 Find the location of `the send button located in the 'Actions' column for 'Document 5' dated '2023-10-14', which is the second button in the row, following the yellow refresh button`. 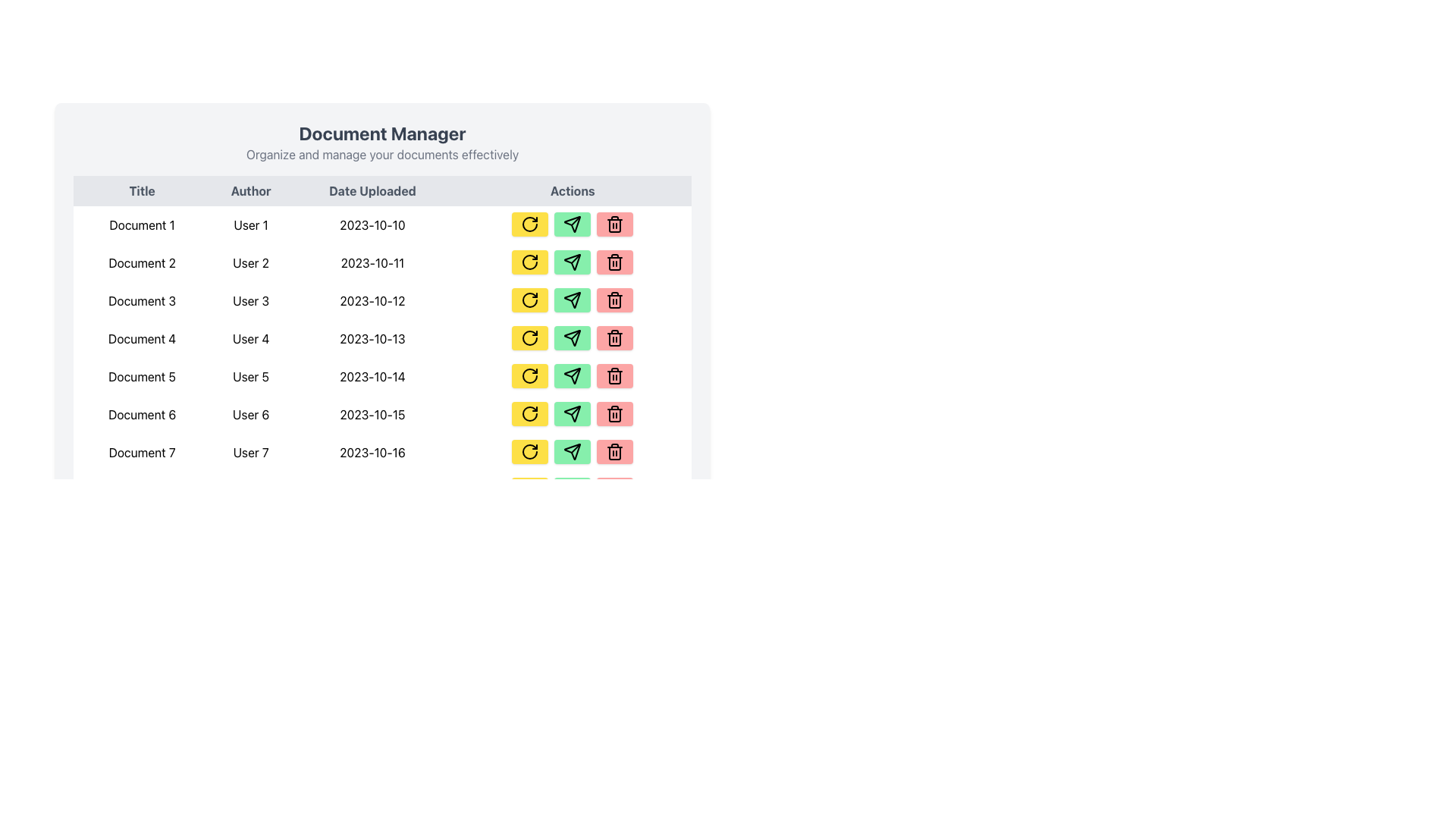

the send button located in the 'Actions' column for 'Document 5' dated '2023-10-14', which is the second button in the row, following the yellow refresh button is located at coordinates (572, 376).